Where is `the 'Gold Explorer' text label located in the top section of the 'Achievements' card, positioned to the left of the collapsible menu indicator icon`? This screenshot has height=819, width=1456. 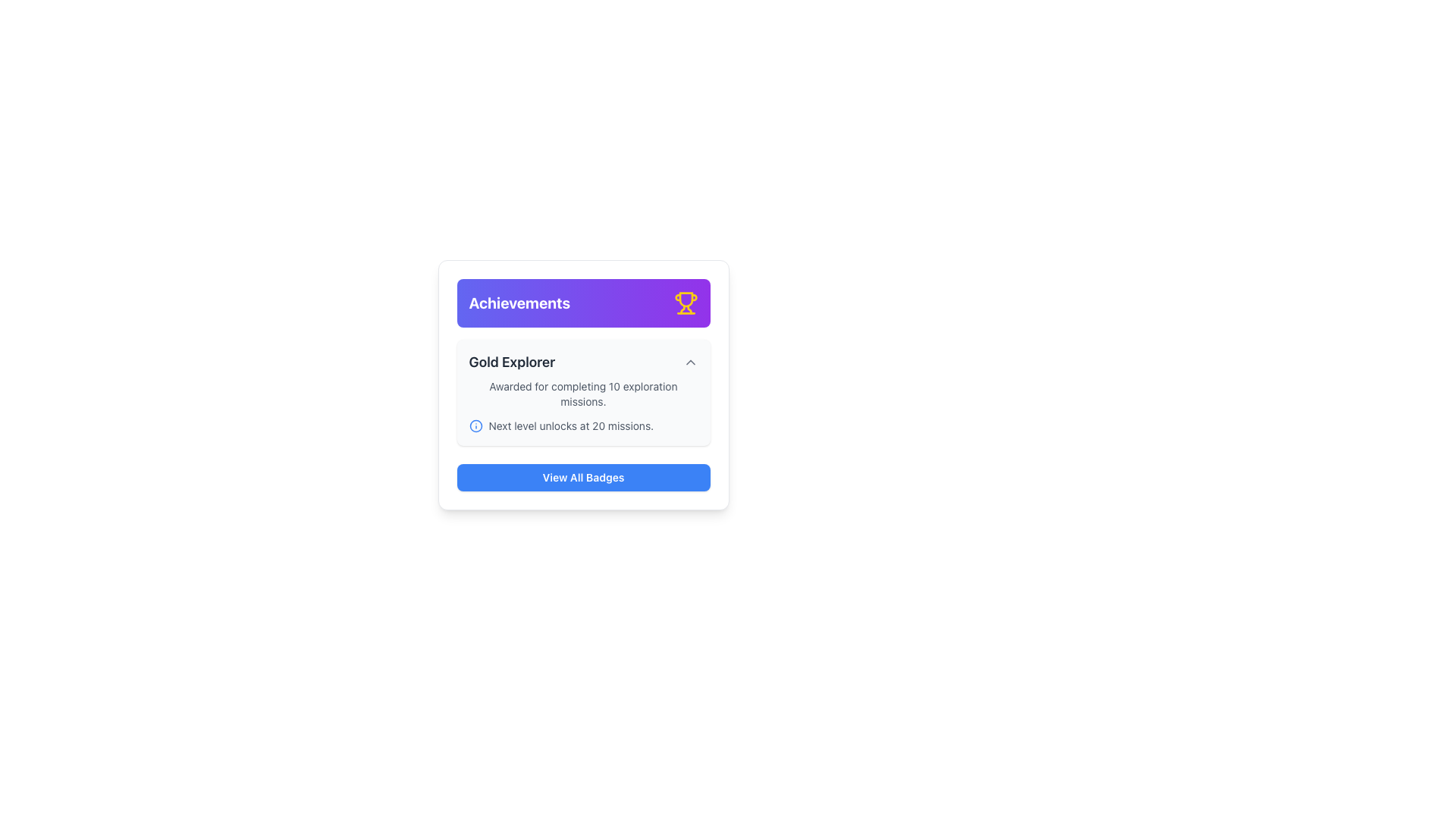
the 'Gold Explorer' text label located in the top section of the 'Achievements' card, positioned to the left of the collapsible menu indicator icon is located at coordinates (512, 362).